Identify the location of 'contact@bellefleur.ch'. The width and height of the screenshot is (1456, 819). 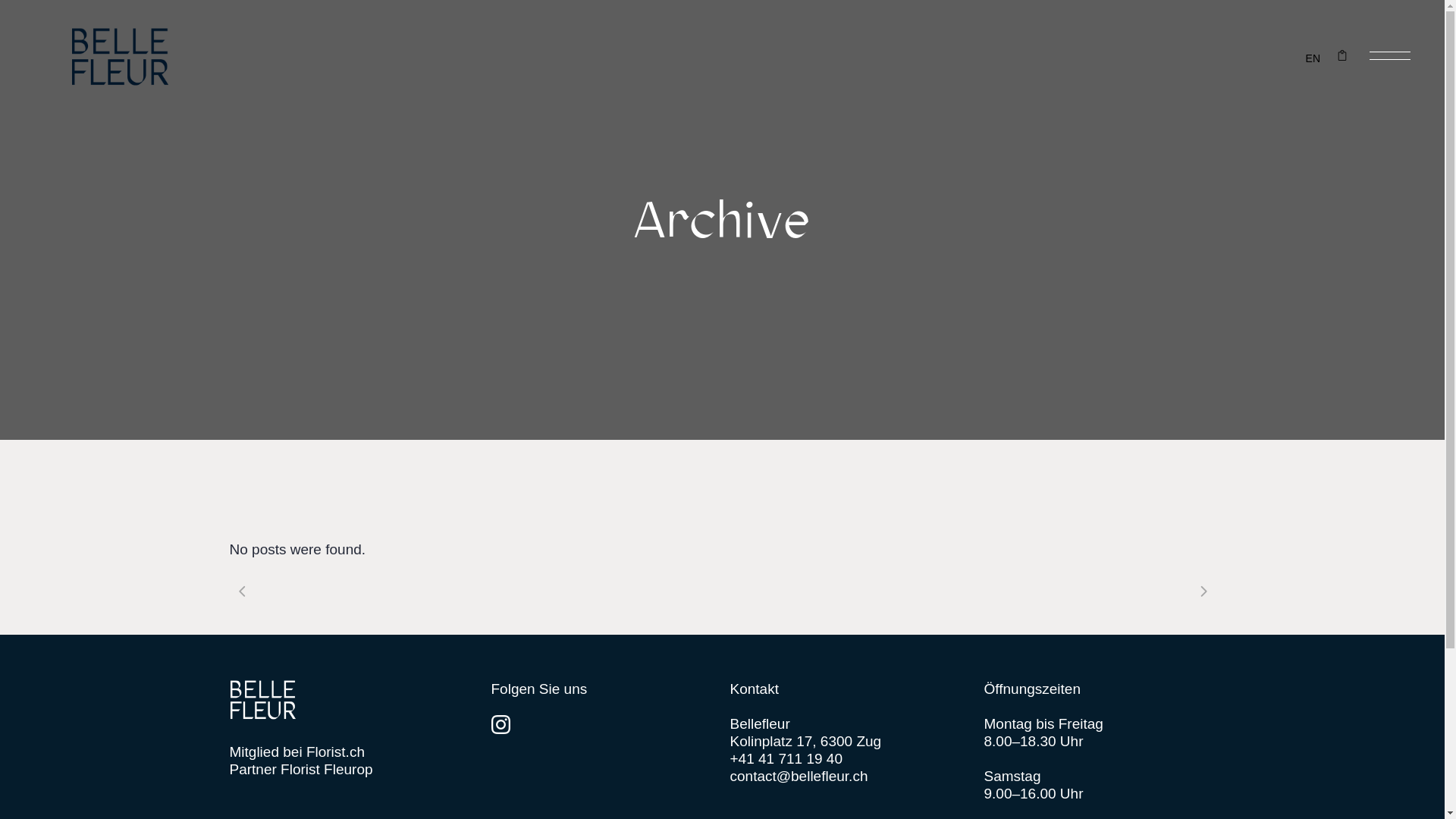
(797, 776).